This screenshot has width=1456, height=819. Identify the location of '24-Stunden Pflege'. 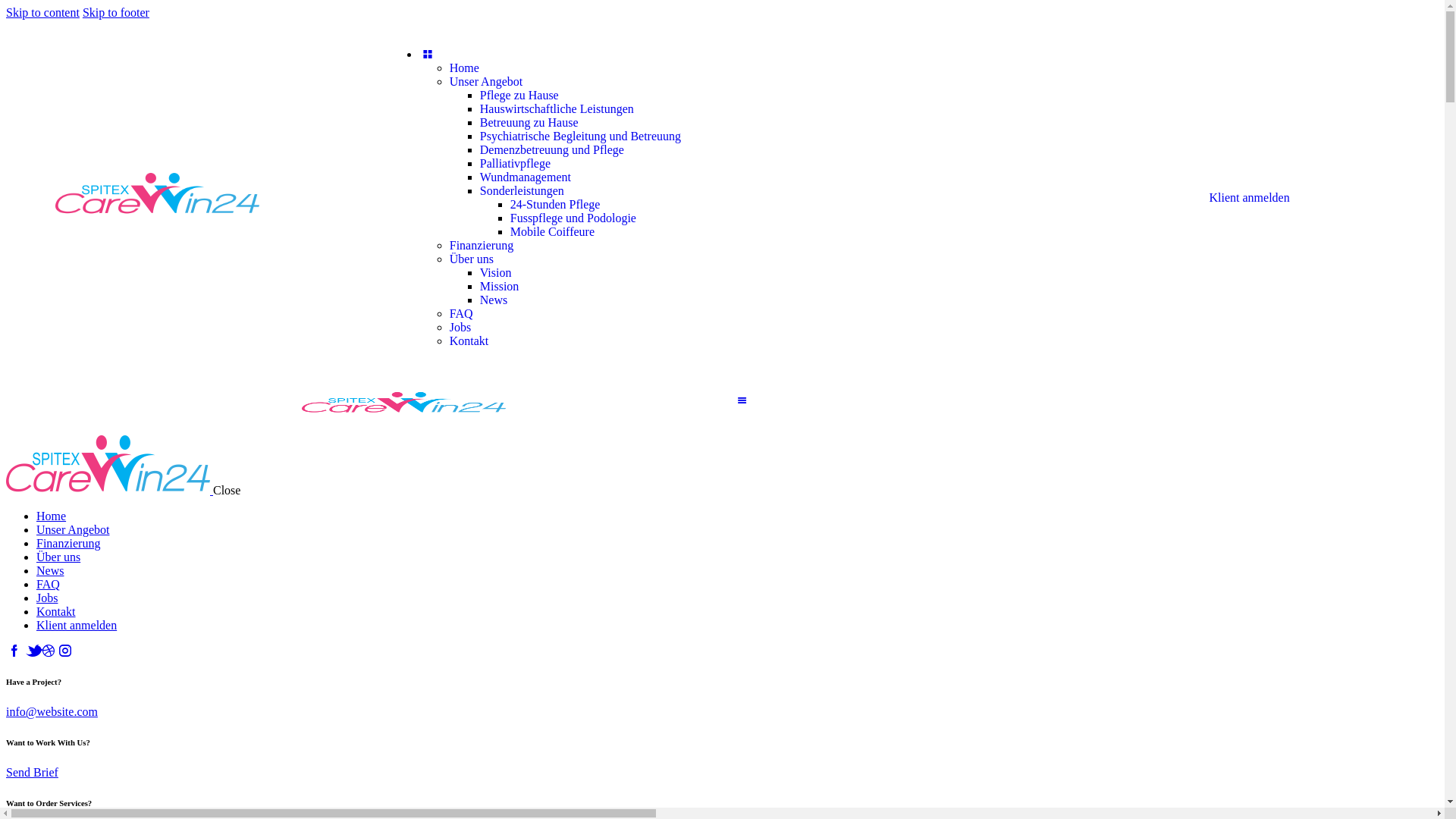
(554, 203).